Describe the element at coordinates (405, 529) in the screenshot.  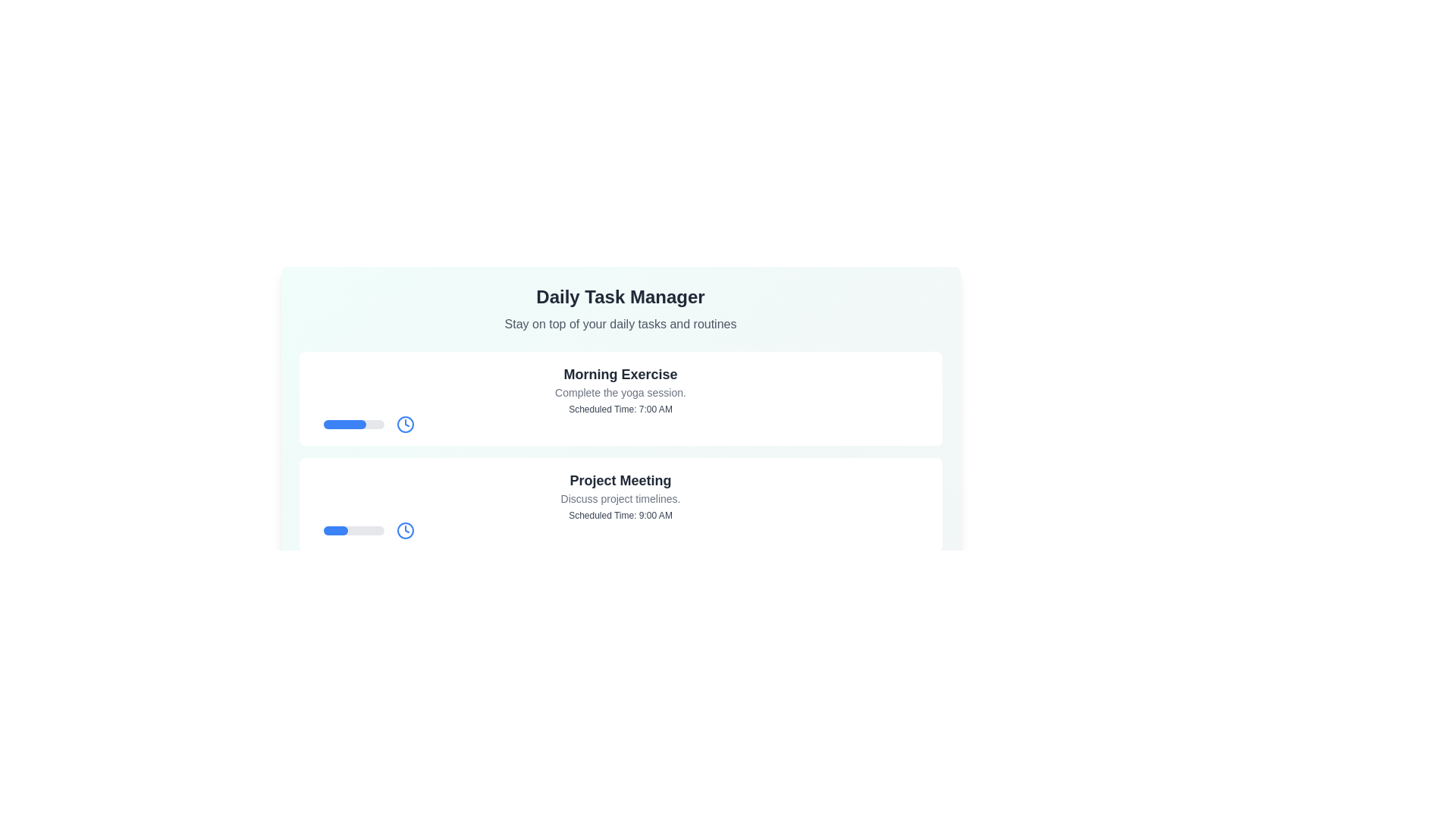
I see `the graphical circle within the clock icon located on the right side of the progress bar for the 'Project Meeting' task` at that location.